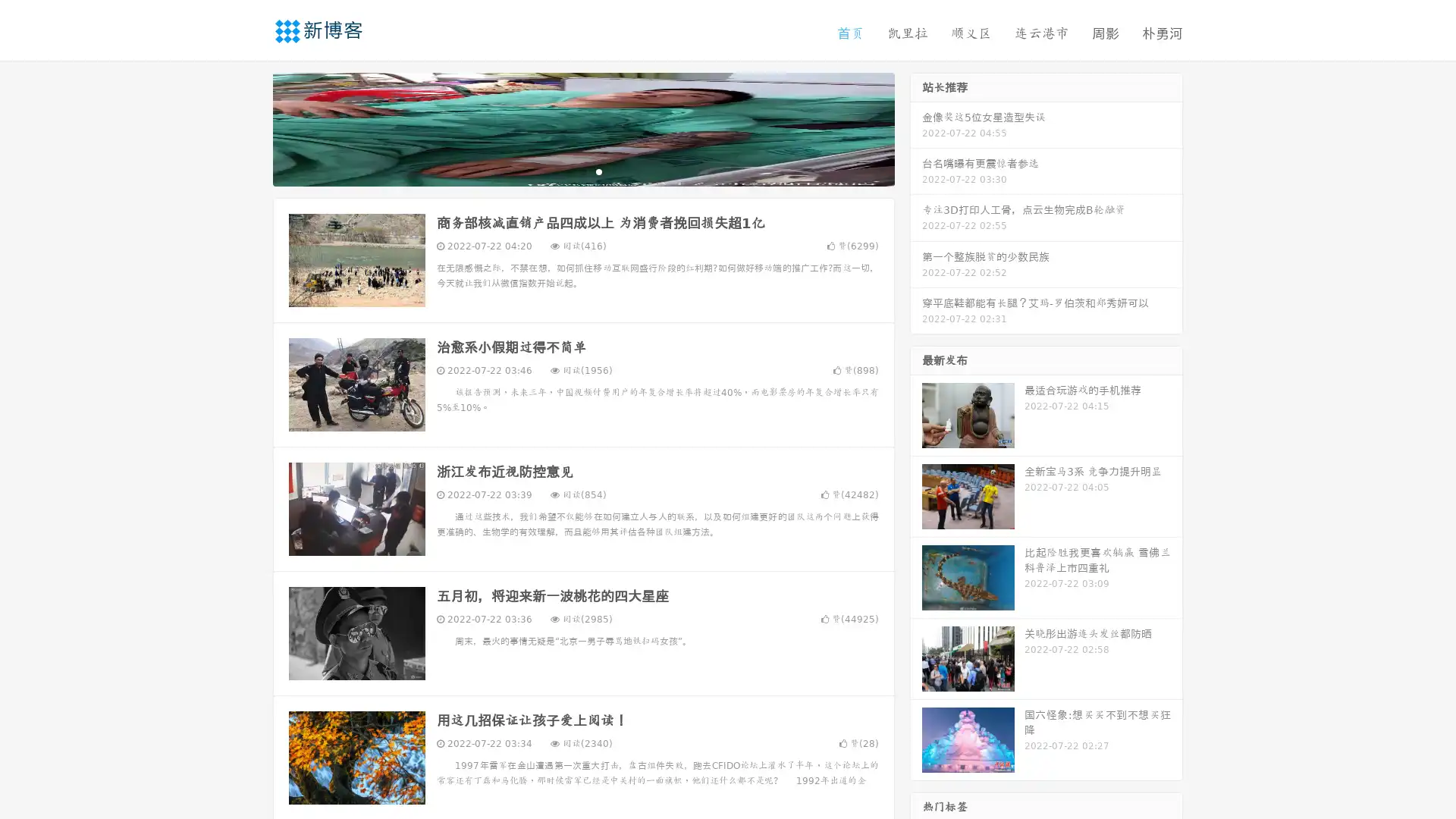 This screenshot has width=1456, height=819. Describe the element at coordinates (582, 171) in the screenshot. I see `Go to slide 2` at that location.